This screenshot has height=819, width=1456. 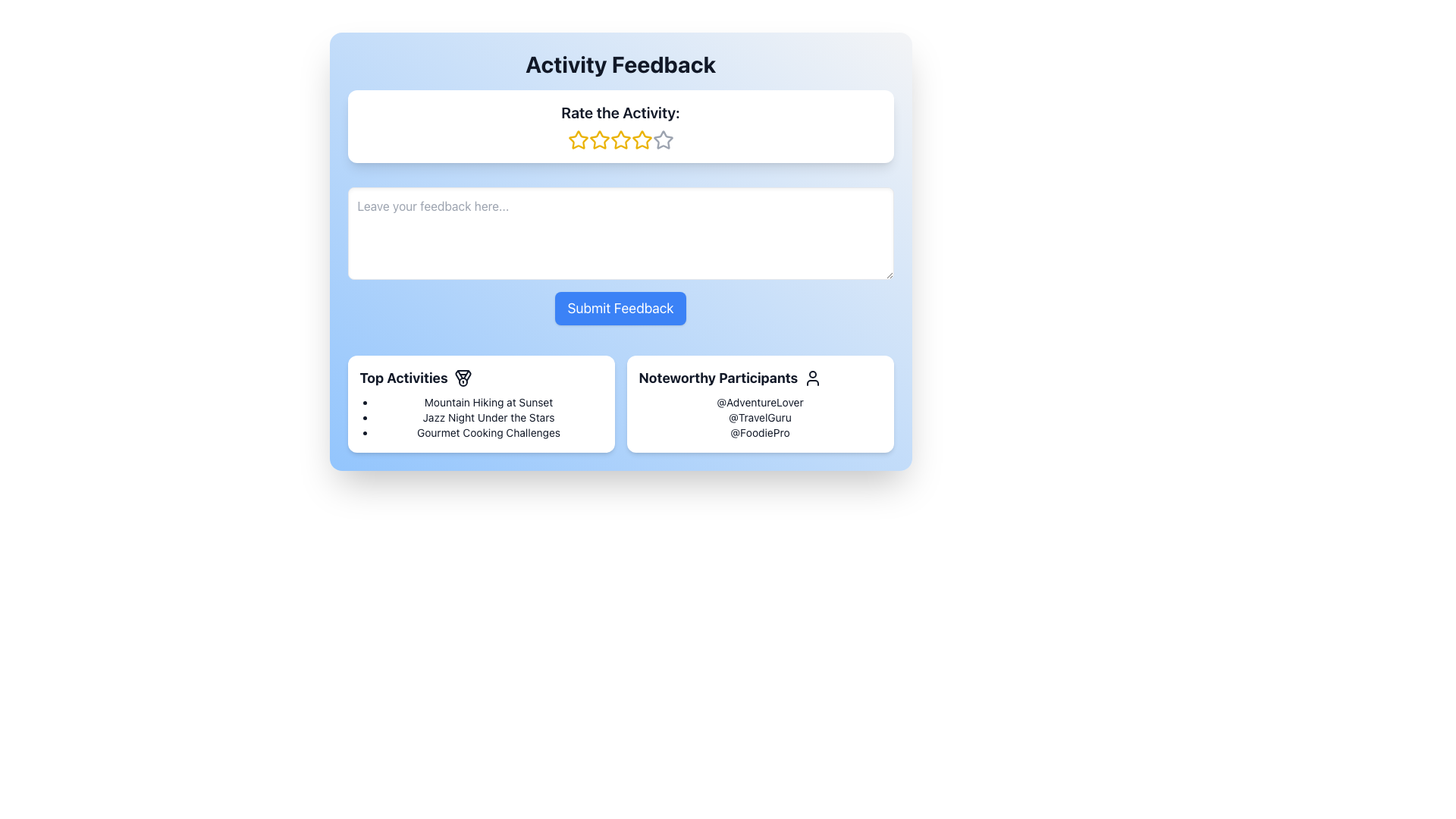 What do you see at coordinates (760, 418) in the screenshot?
I see `textual list containing usernames '@AdventureLover', '@TravelGuru', and '@FoodiePro' located under the heading 'Noteworthy Participants' in the bottom-right corner of the interface` at bounding box center [760, 418].